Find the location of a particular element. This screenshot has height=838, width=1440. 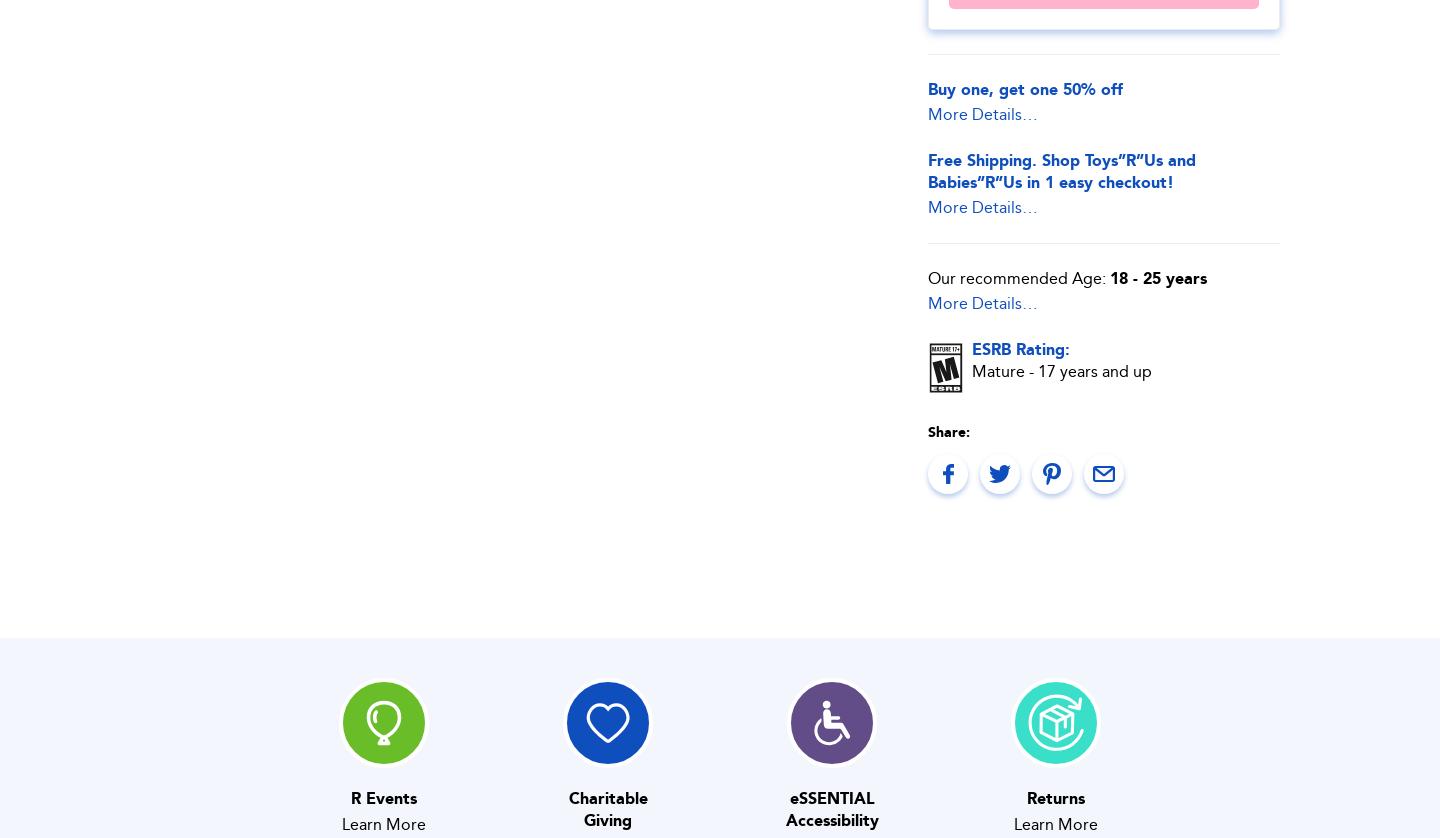

'Giving' is located at coordinates (606, 819).